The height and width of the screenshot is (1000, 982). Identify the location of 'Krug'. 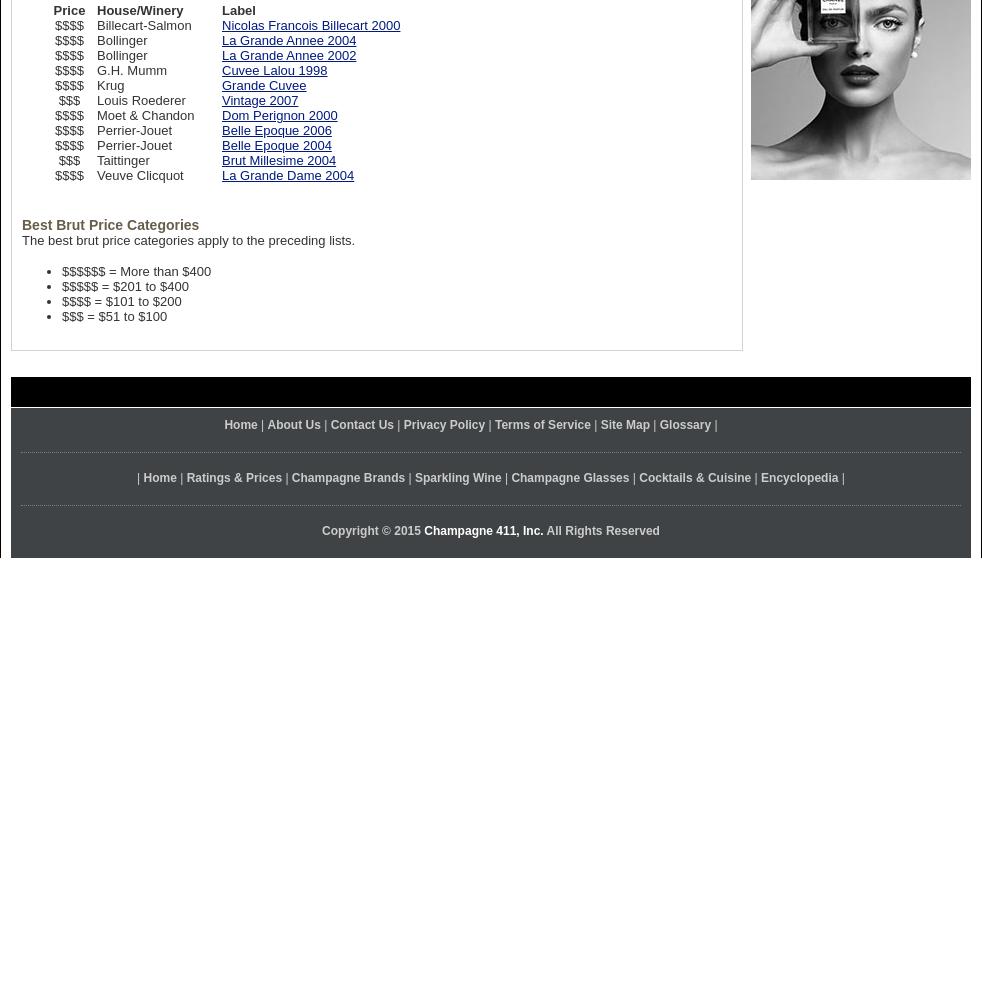
(109, 84).